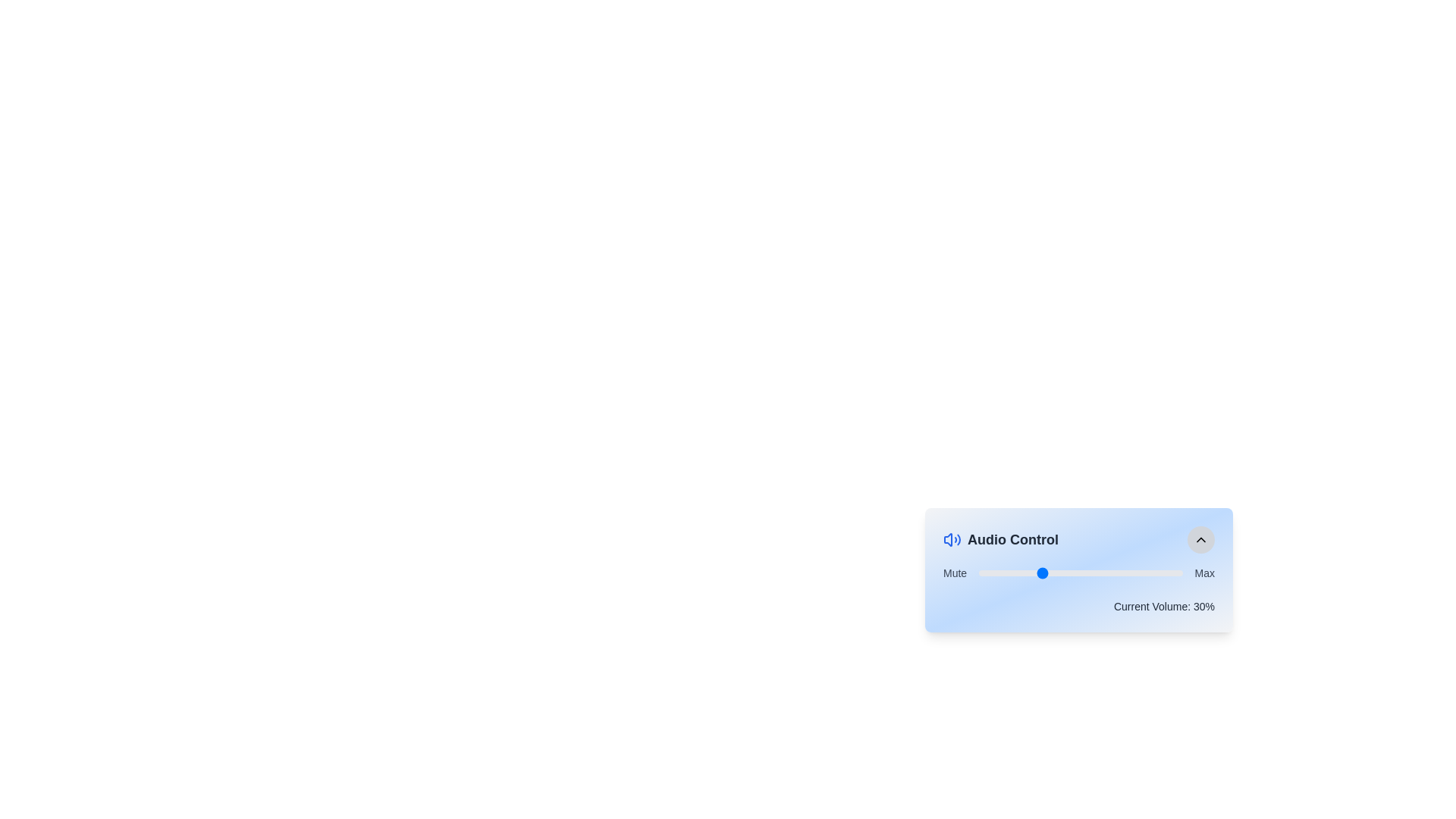  I want to click on the volume level, so click(1103, 573).